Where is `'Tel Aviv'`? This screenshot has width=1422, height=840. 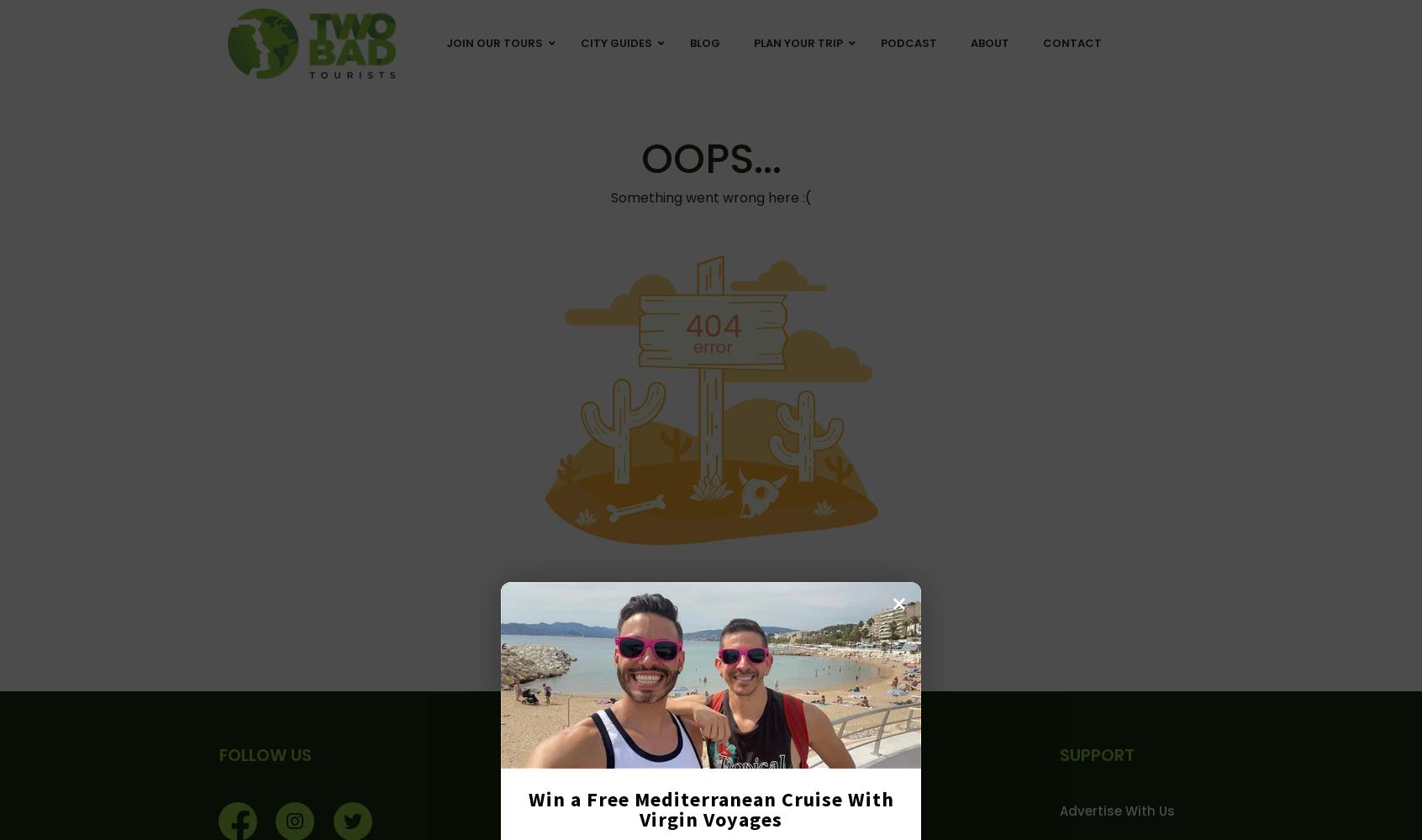 'Tel Aviv' is located at coordinates (896, 129).